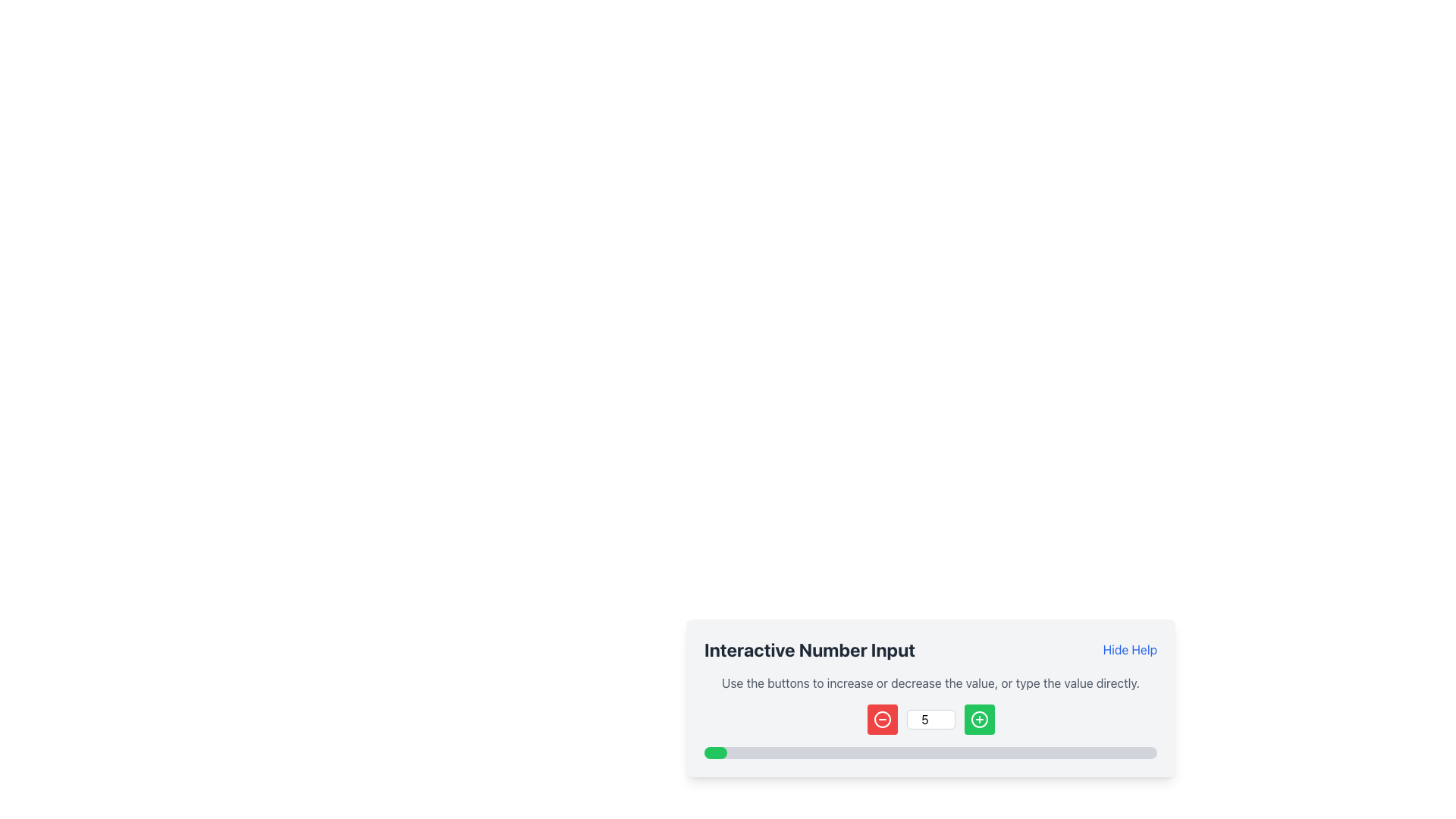 The image size is (1456, 819). Describe the element at coordinates (882, 718) in the screenshot. I see `the button that decreases the adjacent numeric value, positioned left of the numeric input box and within a group of three interactive components` at that location.